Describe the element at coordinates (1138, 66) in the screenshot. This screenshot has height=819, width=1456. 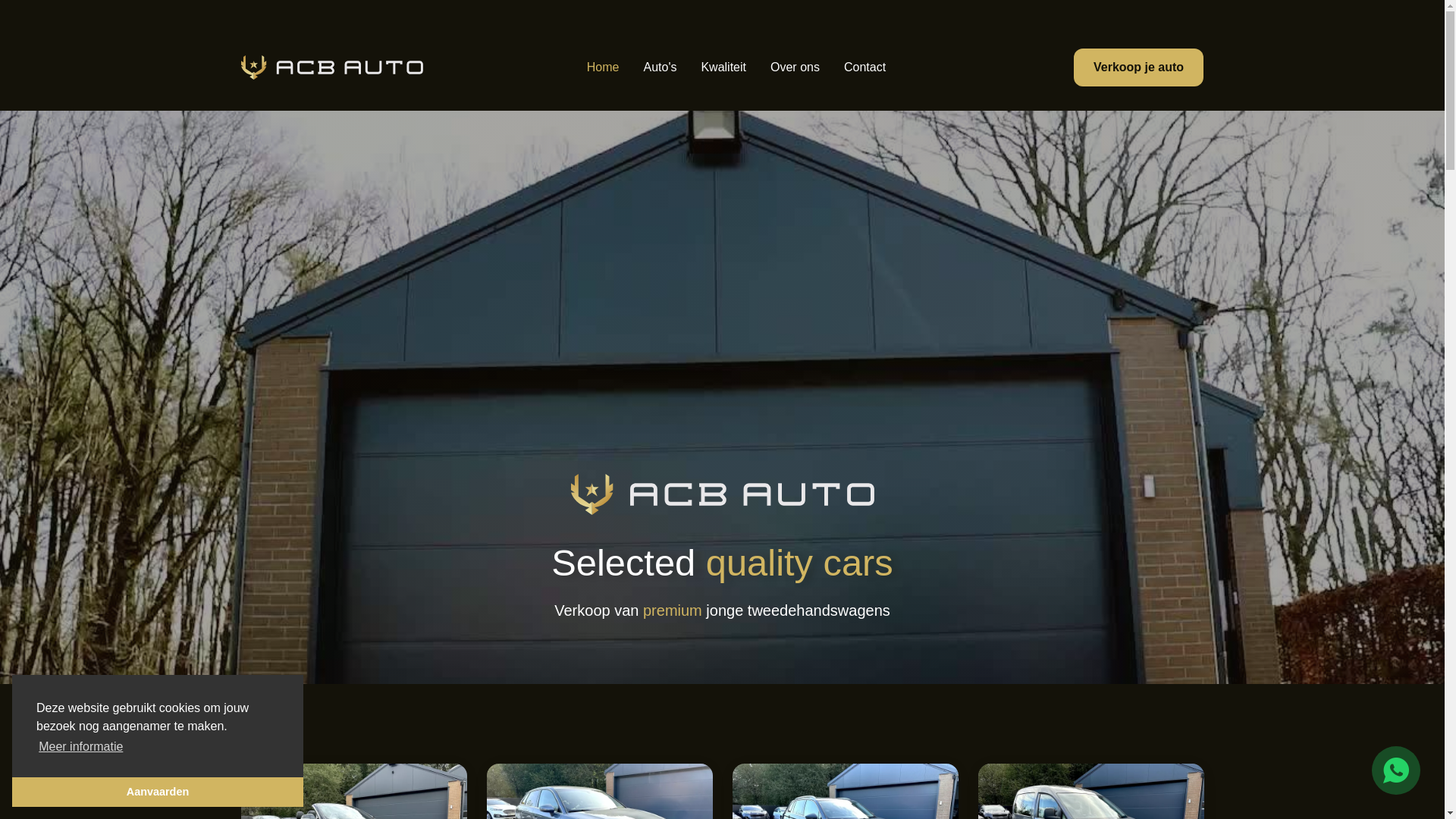
I see `'Verkoop je auto'` at that location.